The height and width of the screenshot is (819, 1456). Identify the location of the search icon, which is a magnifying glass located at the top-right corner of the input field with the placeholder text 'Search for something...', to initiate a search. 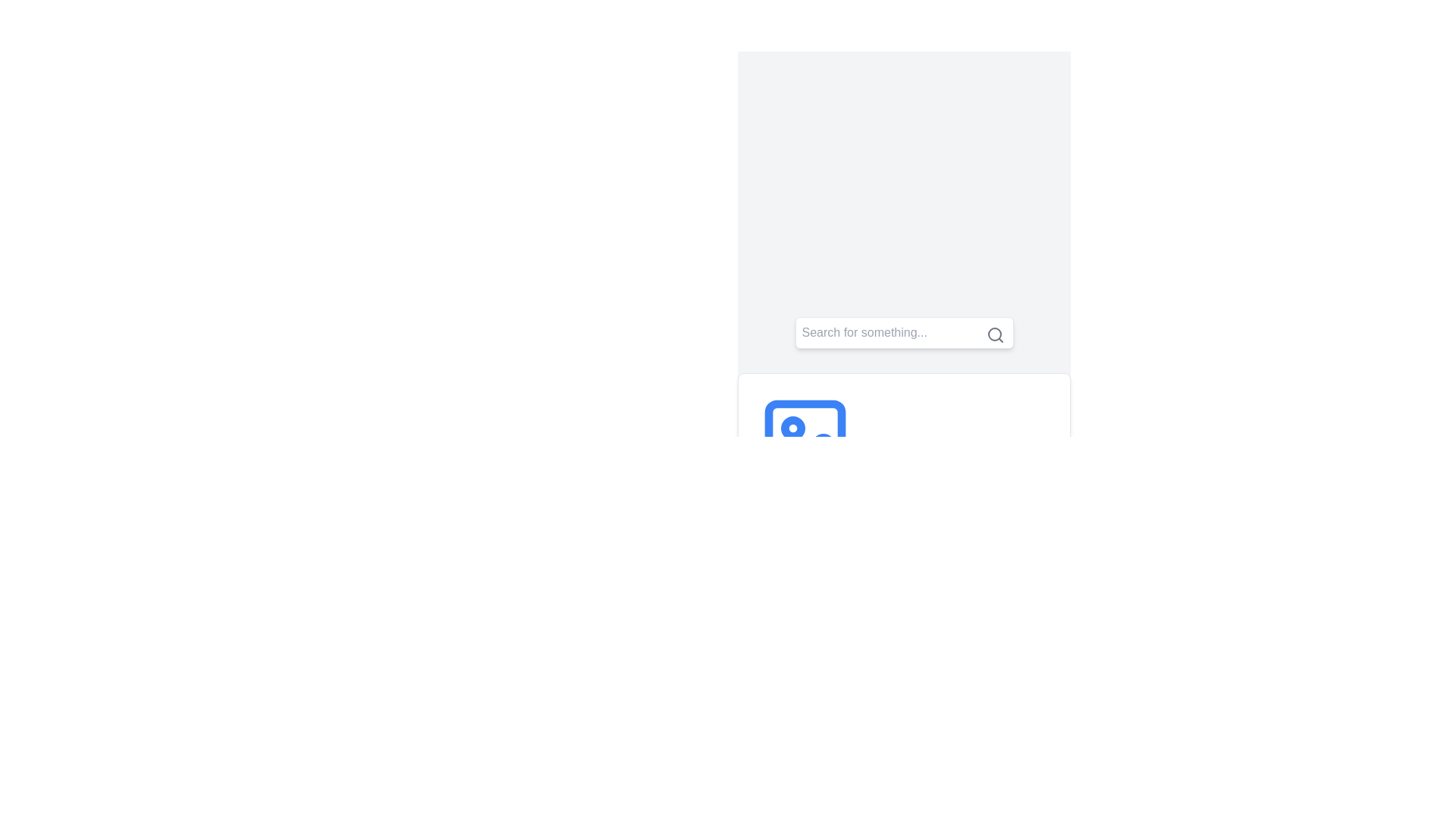
(995, 334).